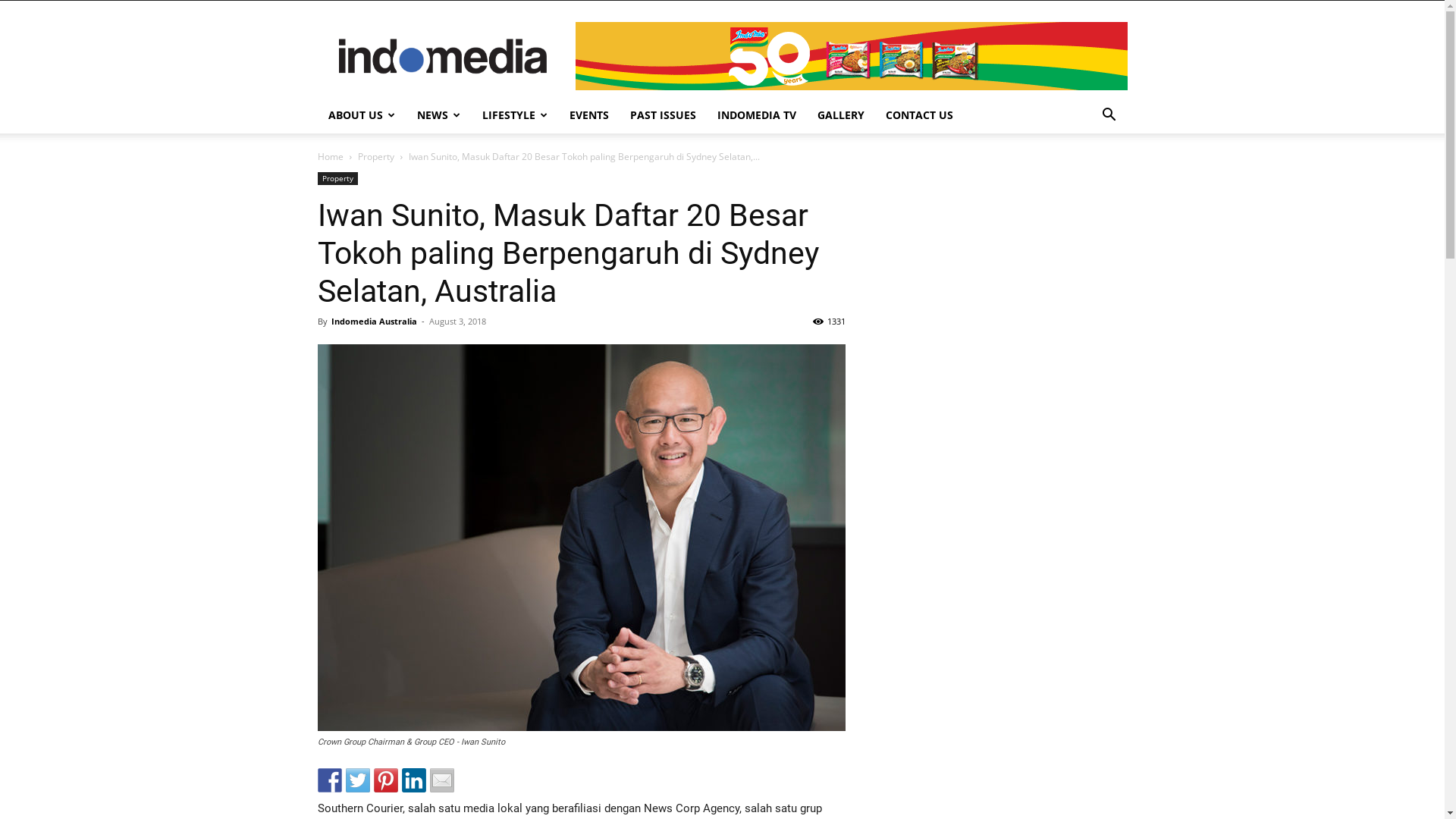 Image resolution: width=1456 pixels, height=819 pixels. I want to click on 'ABOUT US', so click(360, 114).